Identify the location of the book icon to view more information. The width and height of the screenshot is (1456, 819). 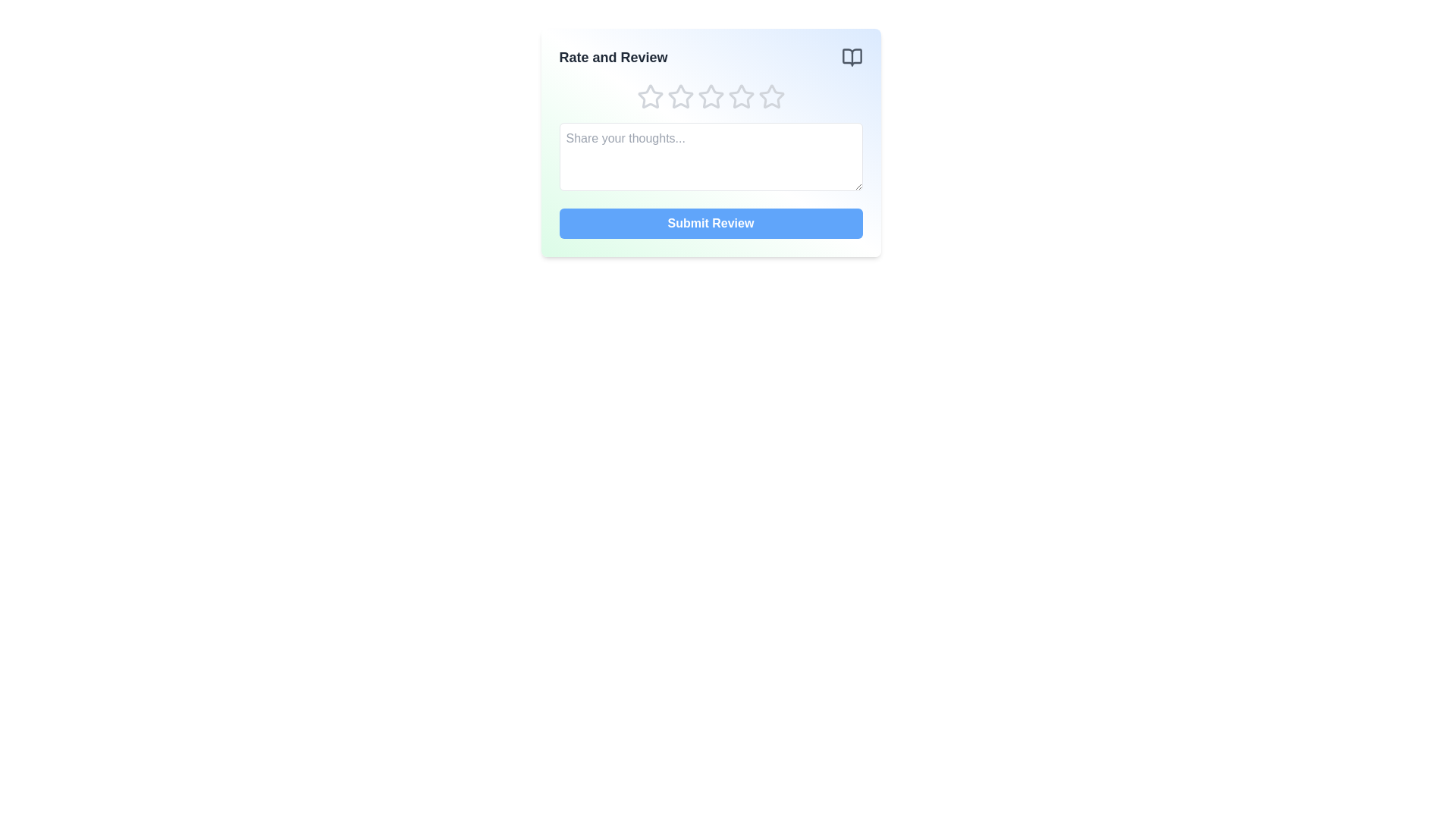
(852, 57).